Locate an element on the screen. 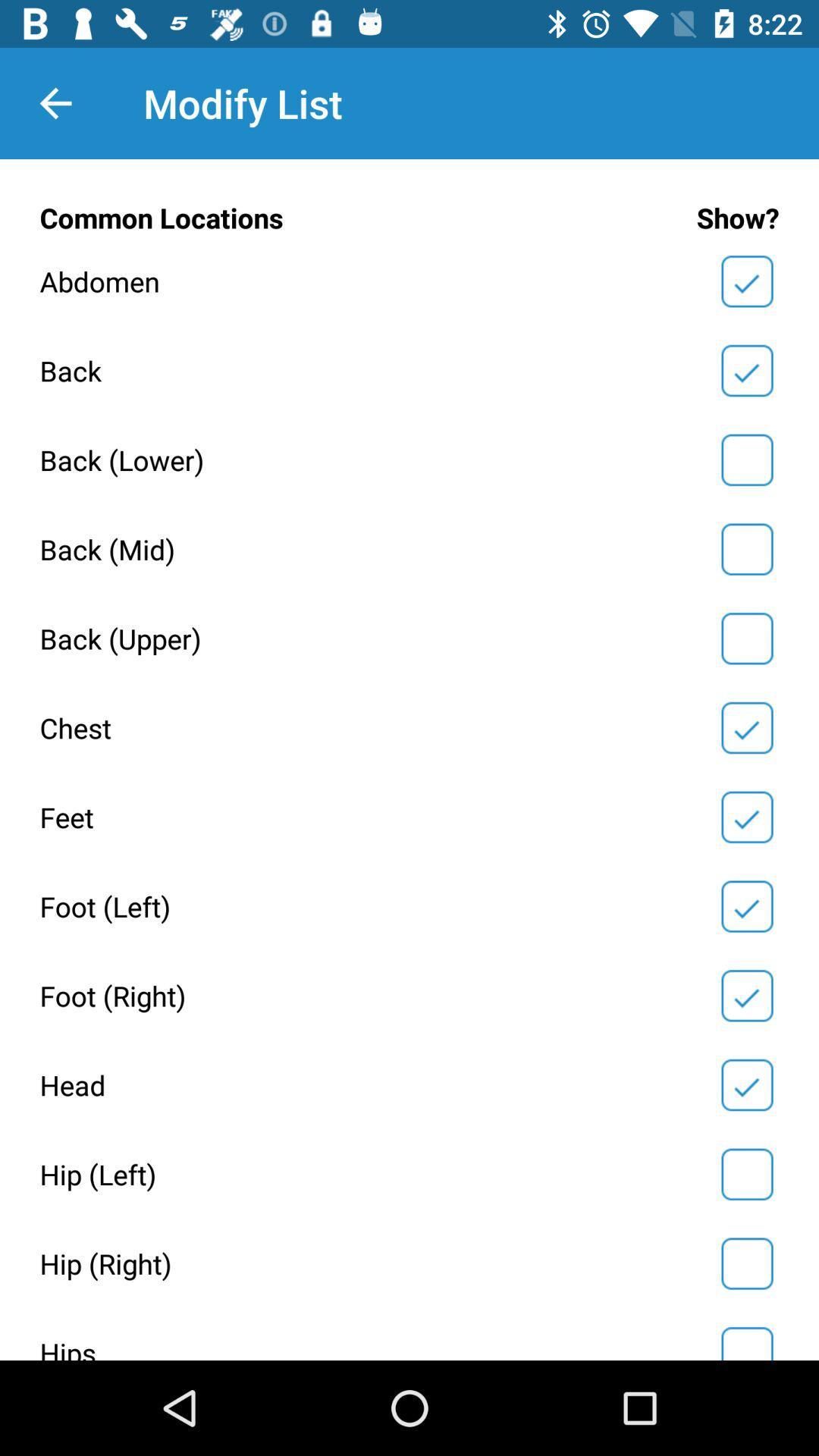  show chest is located at coordinates (746, 728).